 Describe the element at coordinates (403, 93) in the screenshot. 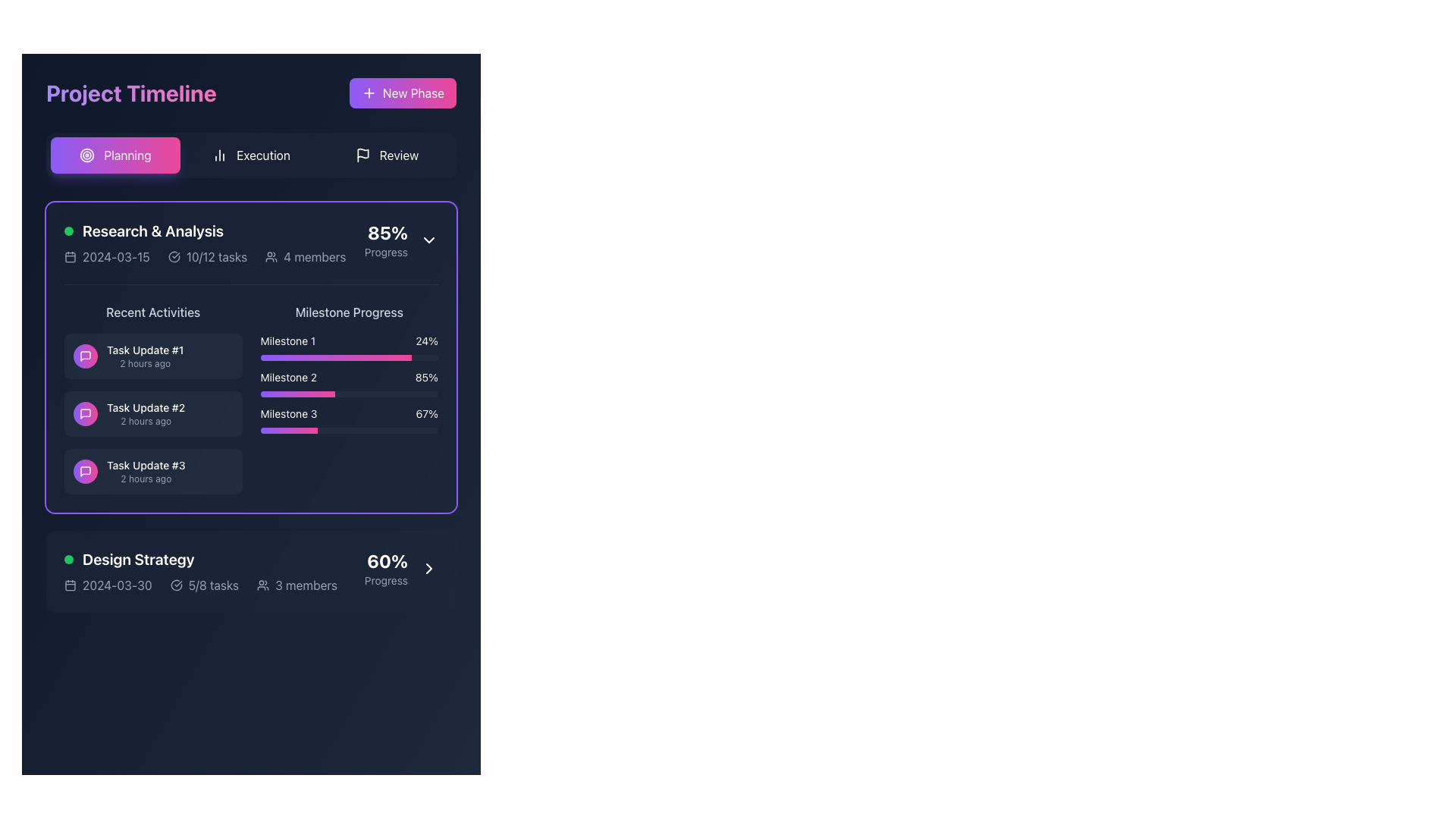

I see `the button located at the top-right corner of the layout, adjacent to the right side of the 'Project Timeline' title, to initiate a 'New Phase' creation` at that location.